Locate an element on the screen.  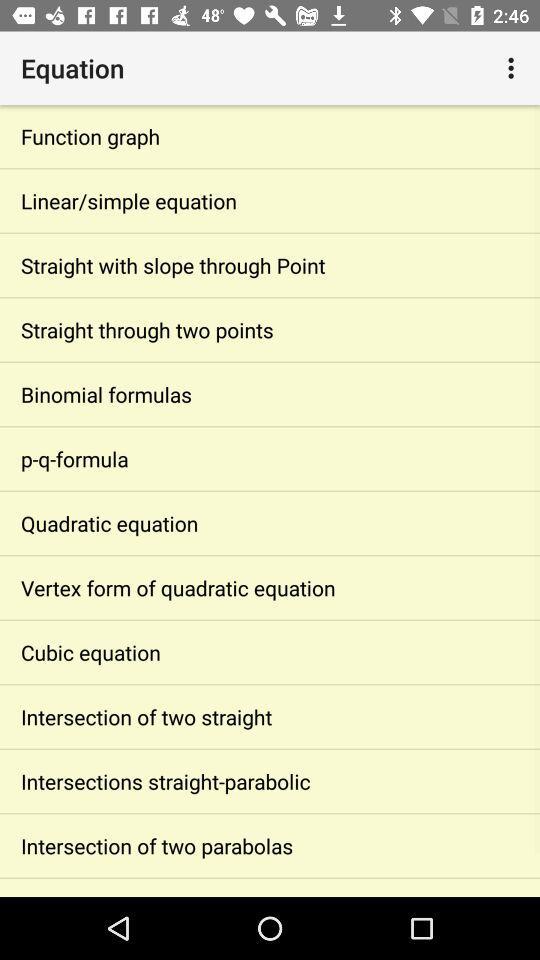
perpendicular bisector icon is located at coordinates (270, 887).